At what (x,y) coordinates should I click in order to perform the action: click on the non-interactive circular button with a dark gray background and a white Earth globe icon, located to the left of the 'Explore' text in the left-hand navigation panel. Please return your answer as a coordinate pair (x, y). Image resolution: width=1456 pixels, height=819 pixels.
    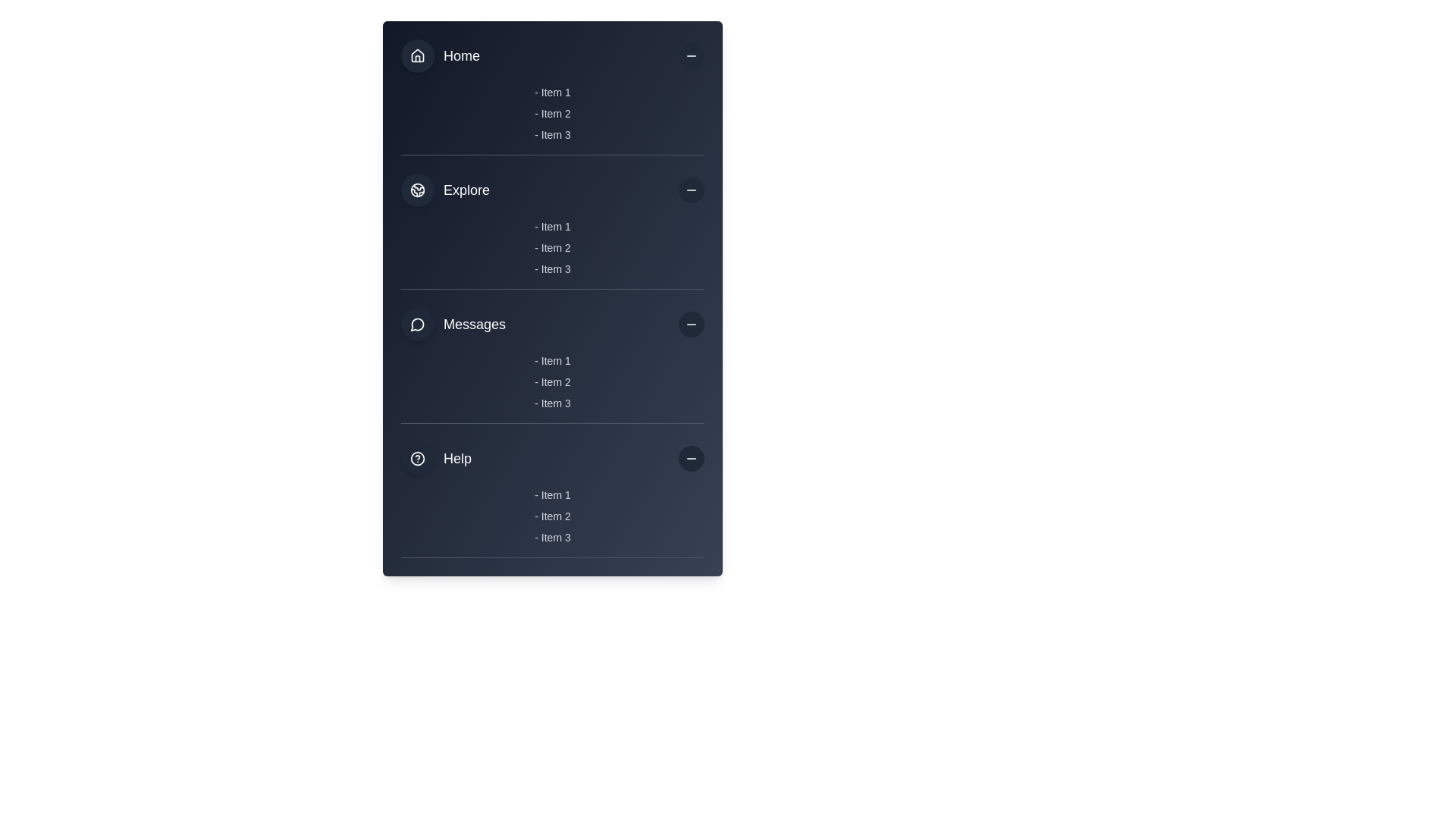
    Looking at the image, I should click on (418, 189).